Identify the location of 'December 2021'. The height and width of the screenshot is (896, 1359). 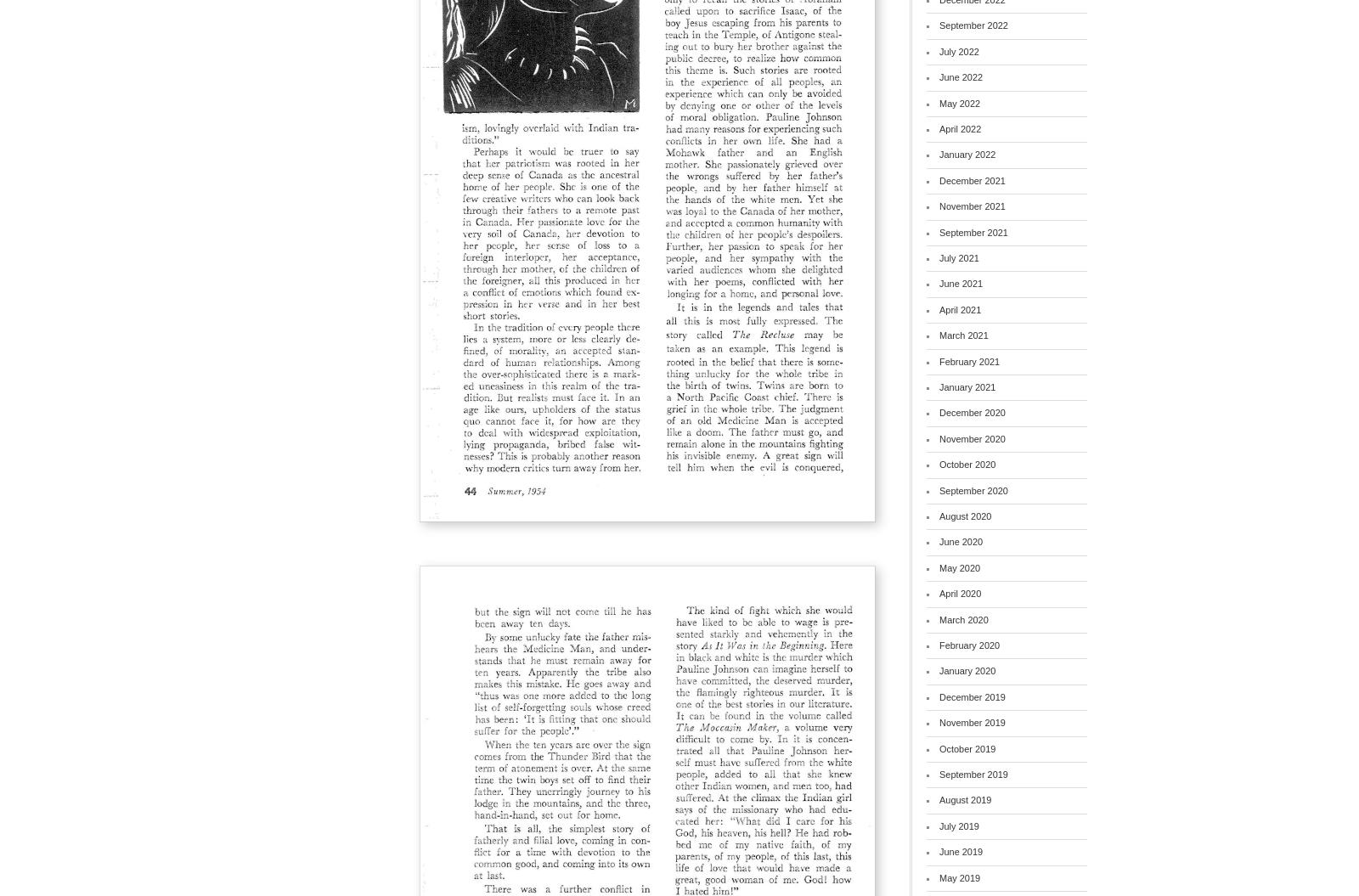
(972, 178).